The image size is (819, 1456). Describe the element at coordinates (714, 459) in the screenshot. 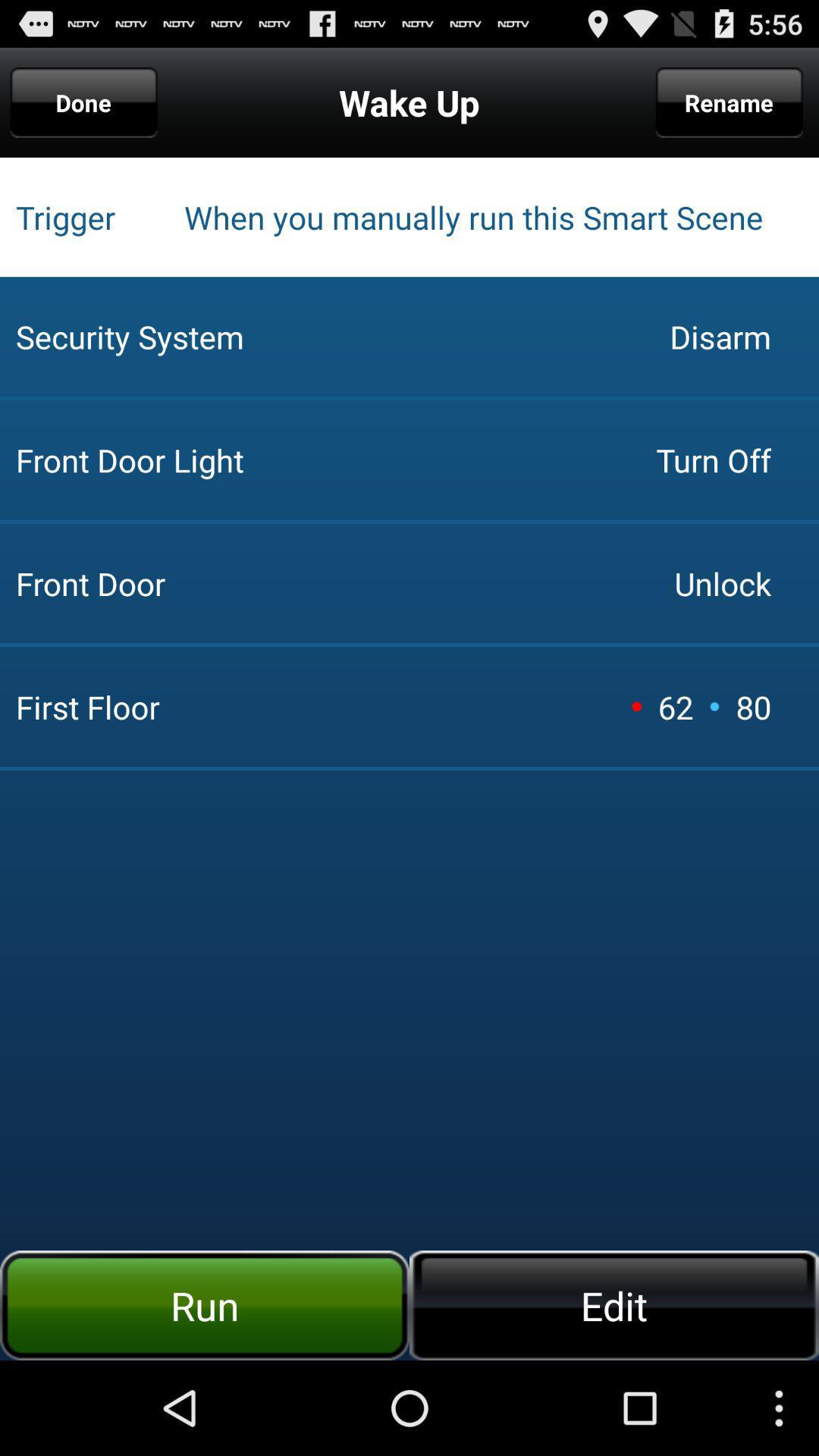

I see `icon next to the front door app` at that location.